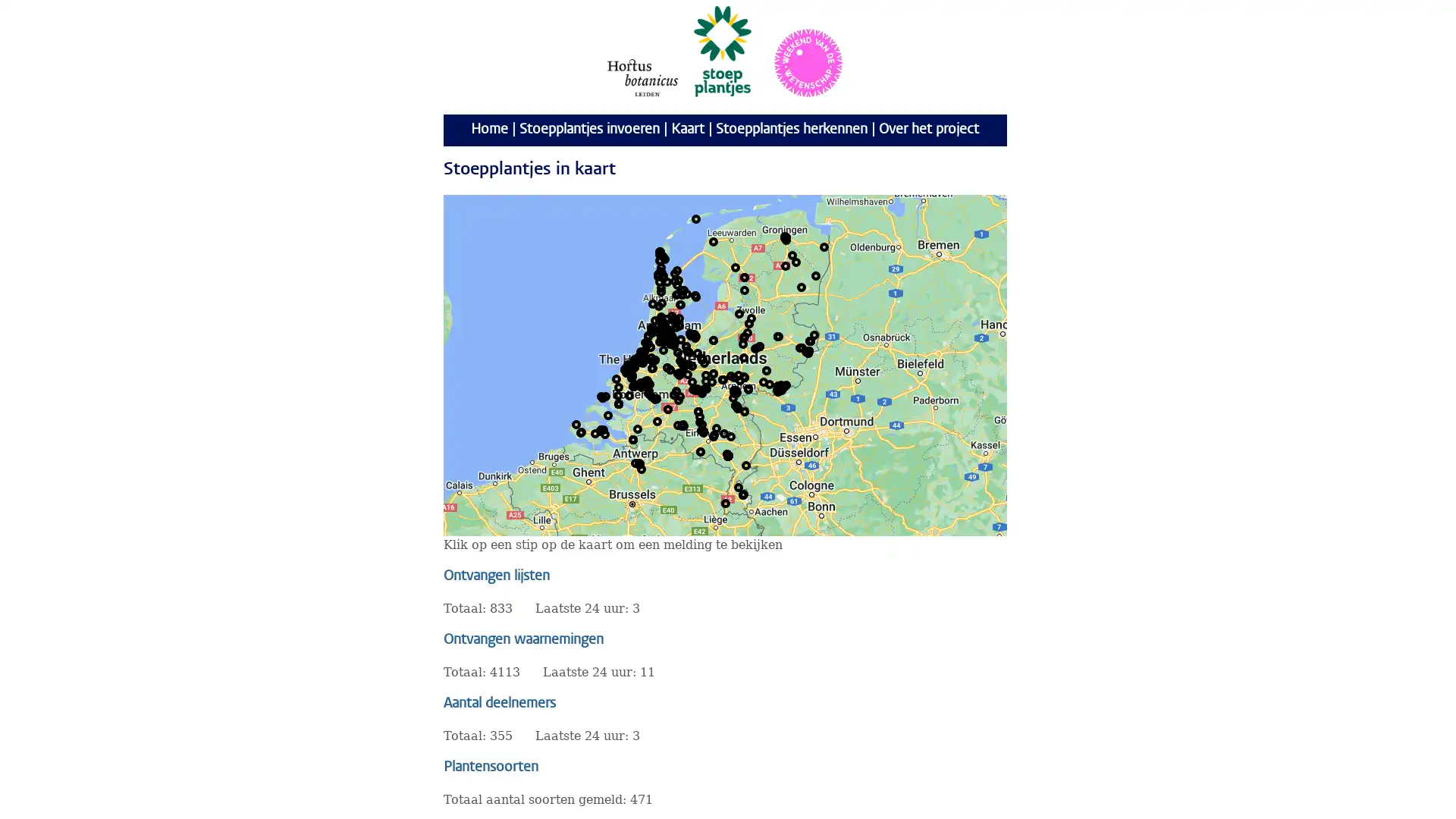 The height and width of the screenshot is (819, 1456). What do you see at coordinates (619, 403) in the screenshot?
I see `Telling van Carmen en de gang op 31 mei 2022` at bounding box center [619, 403].